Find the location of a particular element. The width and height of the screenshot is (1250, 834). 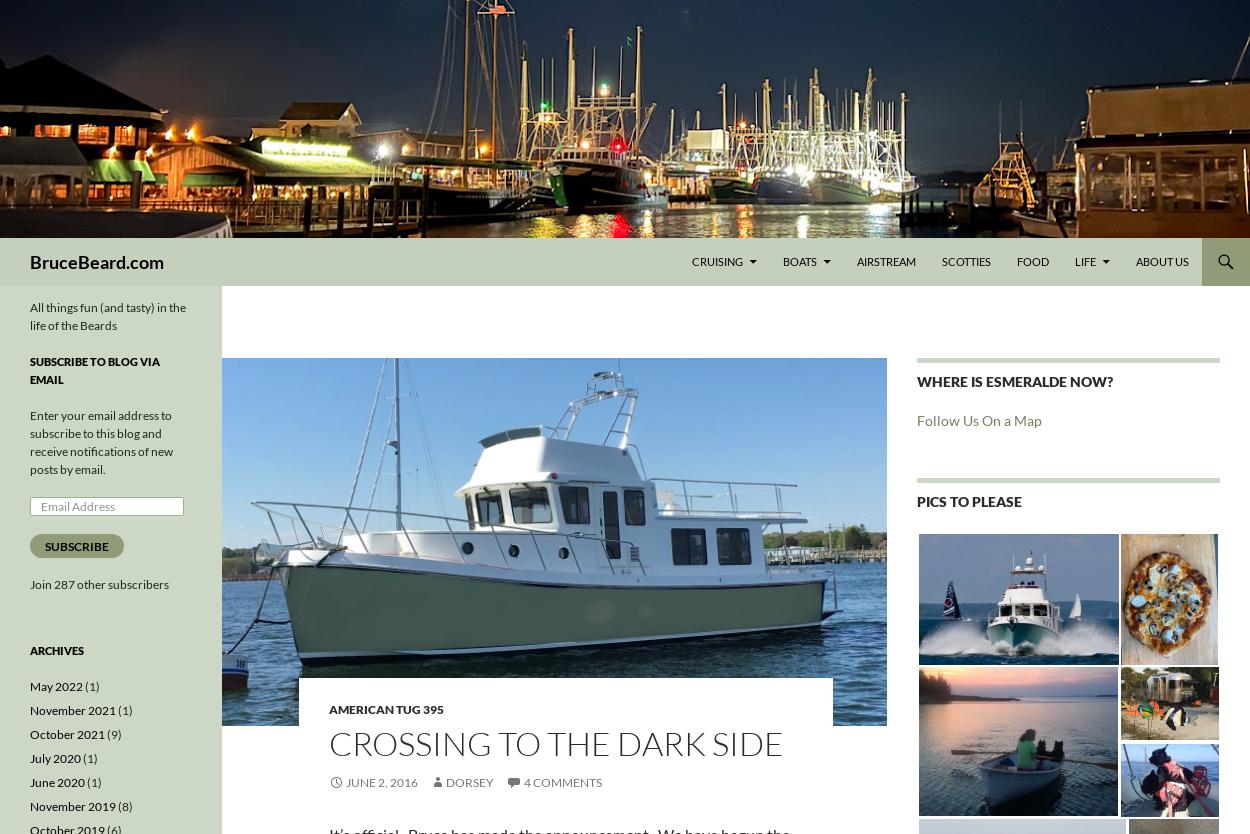

'Dorsey' is located at coordinates (468, 781).